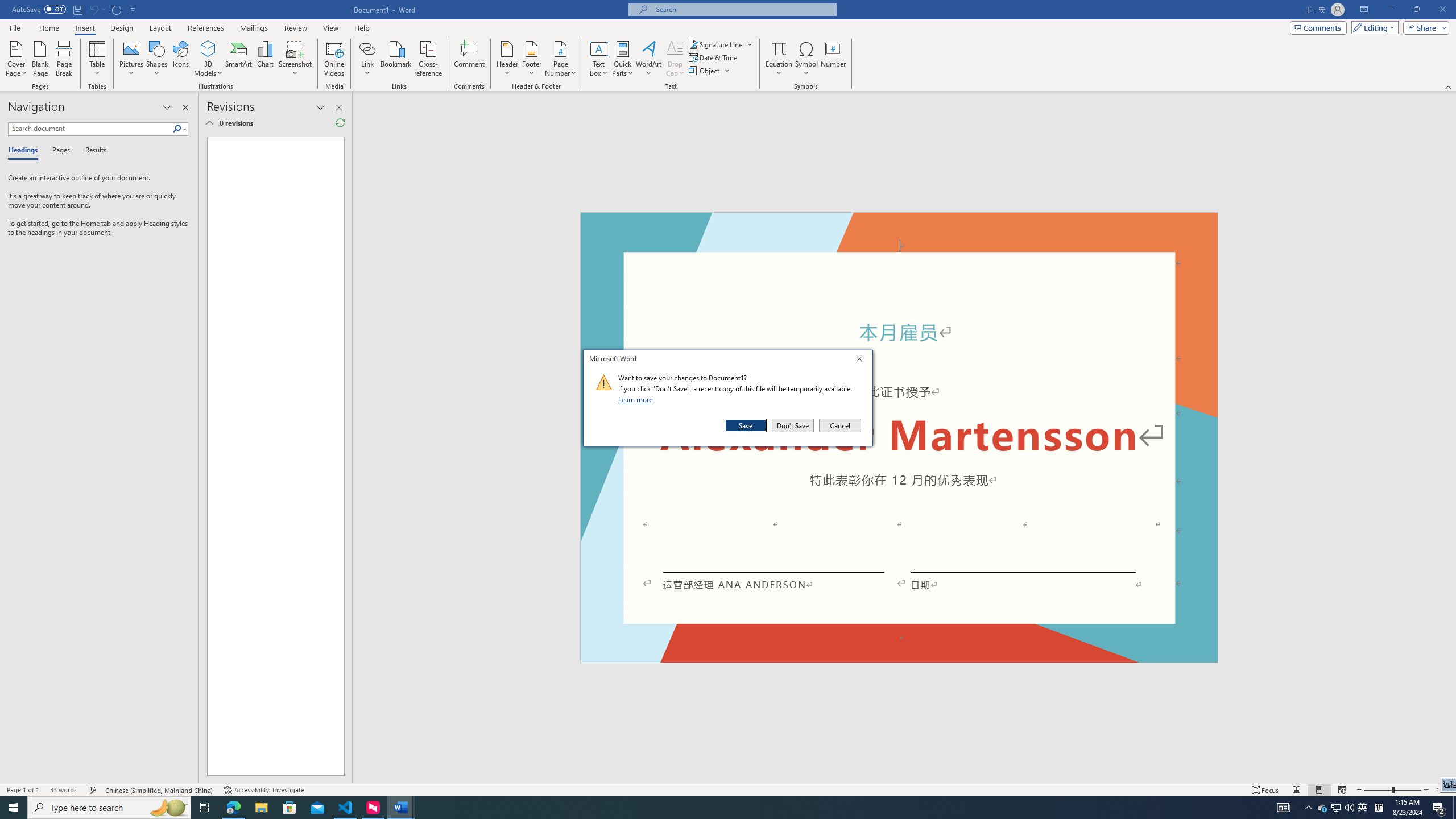  What do you see at coordinates (1379, 806) in the screenshot?
I see `'Tray Input Indicator - Chinese (Simplified, China)'` at bounding box center [1379, 806].